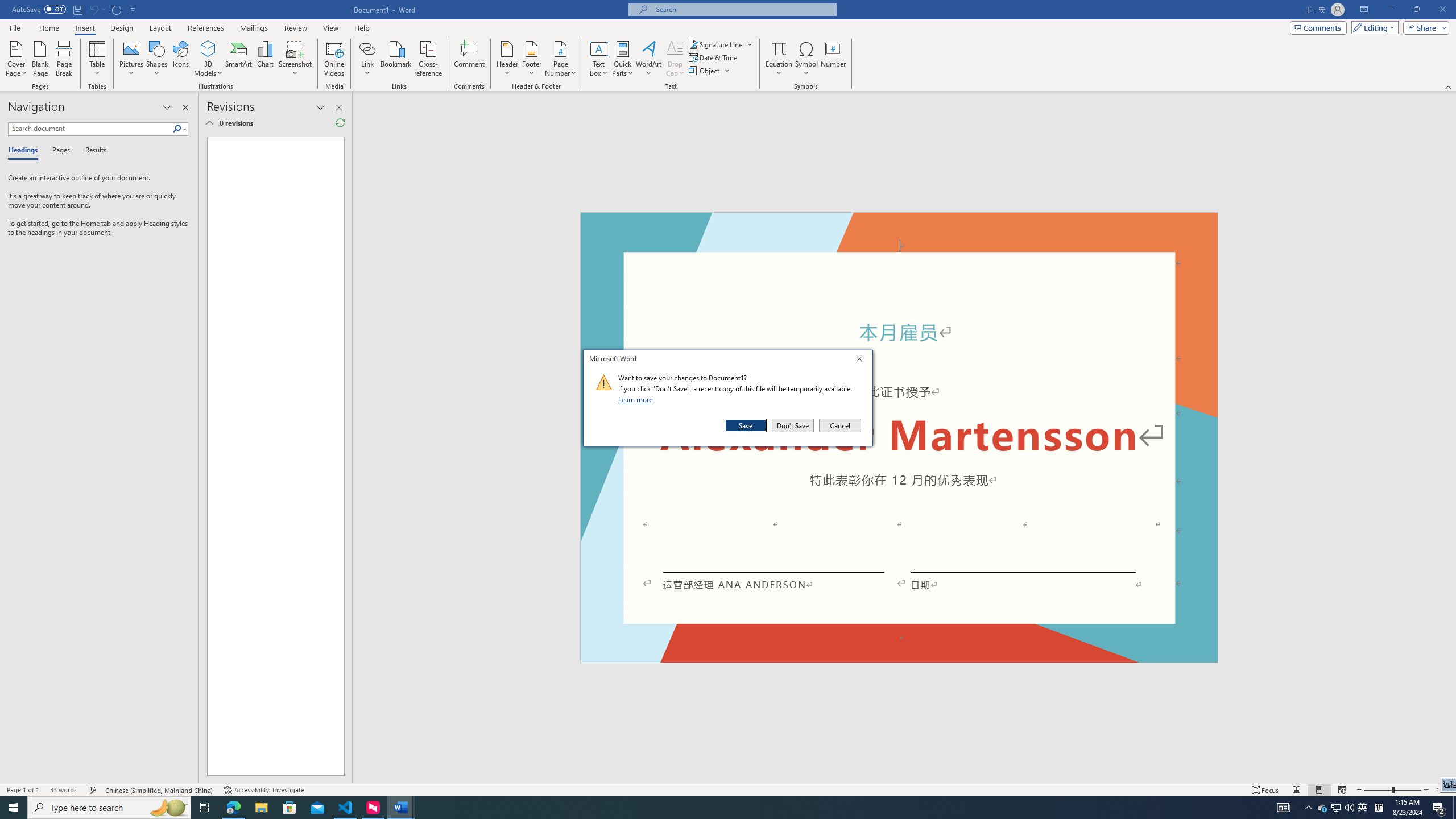  What do you see at coordinates (1379, 806) in the screenshot?
I see `'Tray Input Indicator - Chinese (Simplified, China)'` at bounding box center [1379, 806].